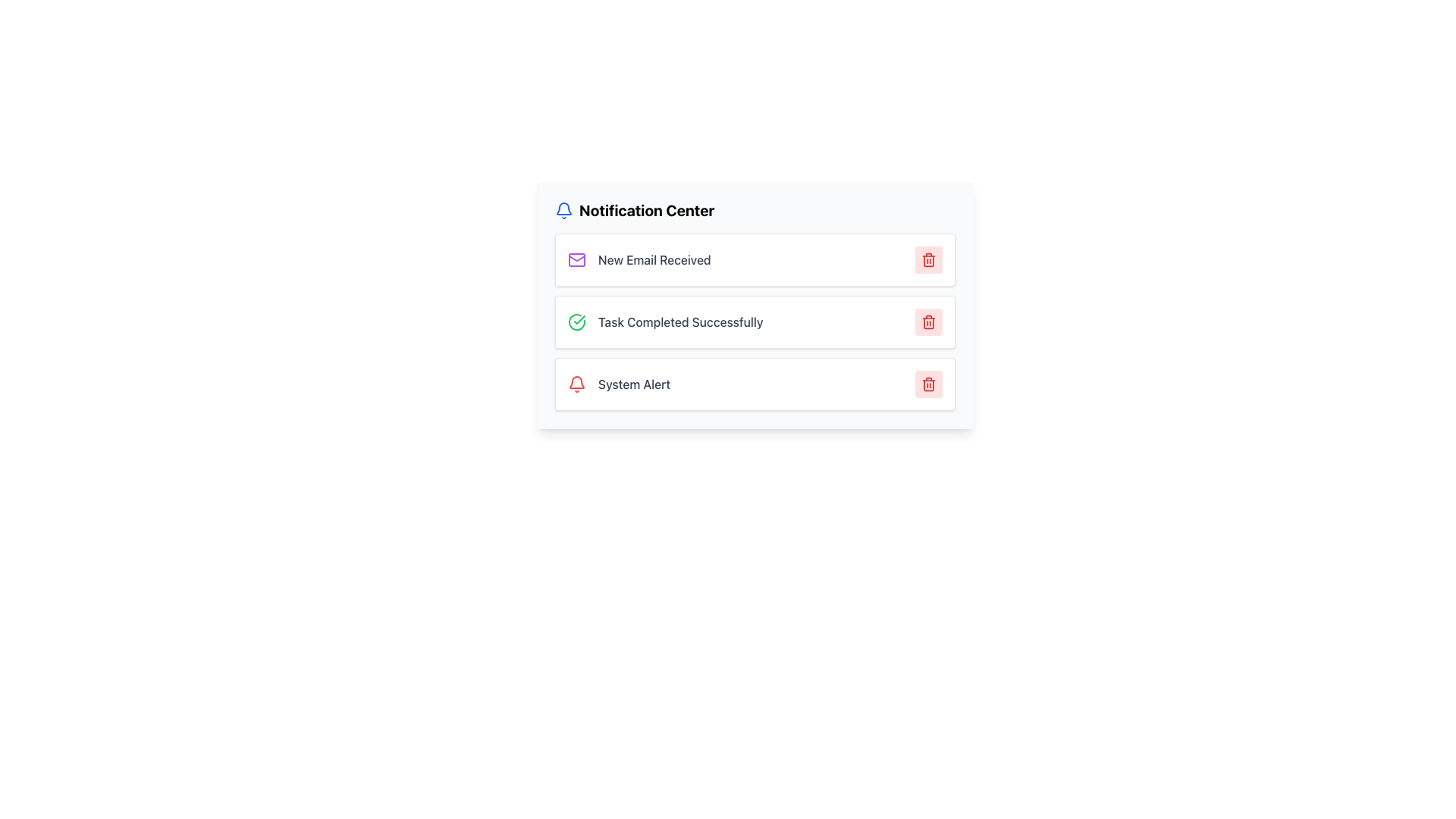  I want to click on the second trash button on the right side of the 'Task Completed Successfully' notification, so click(927, 321).